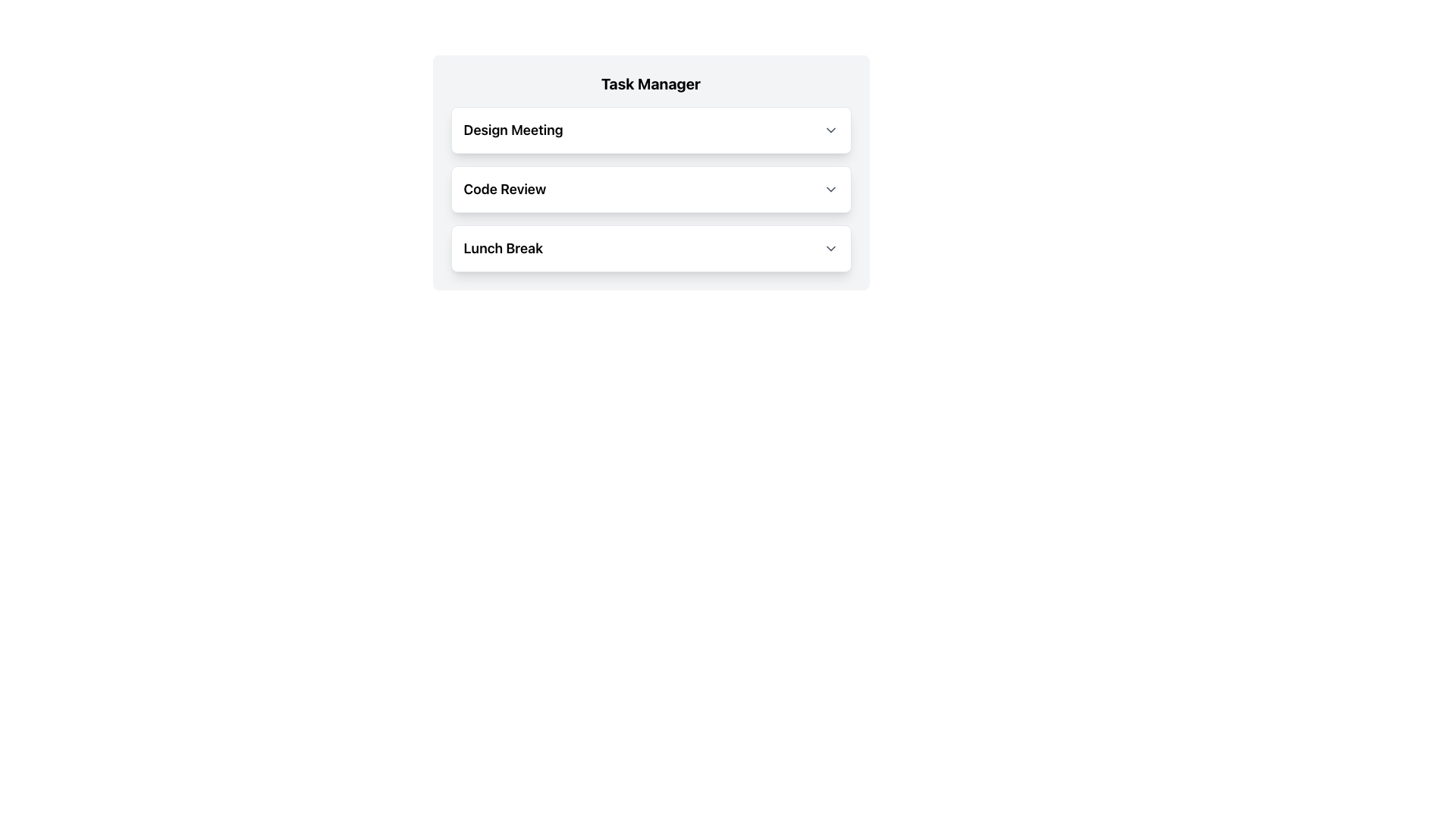 The image size is (1456, 819). I want to click on the bold heading 'Task Manager' located at the top of the interface, which is centrally positioned above the collapsible sections, so click(651, 84).